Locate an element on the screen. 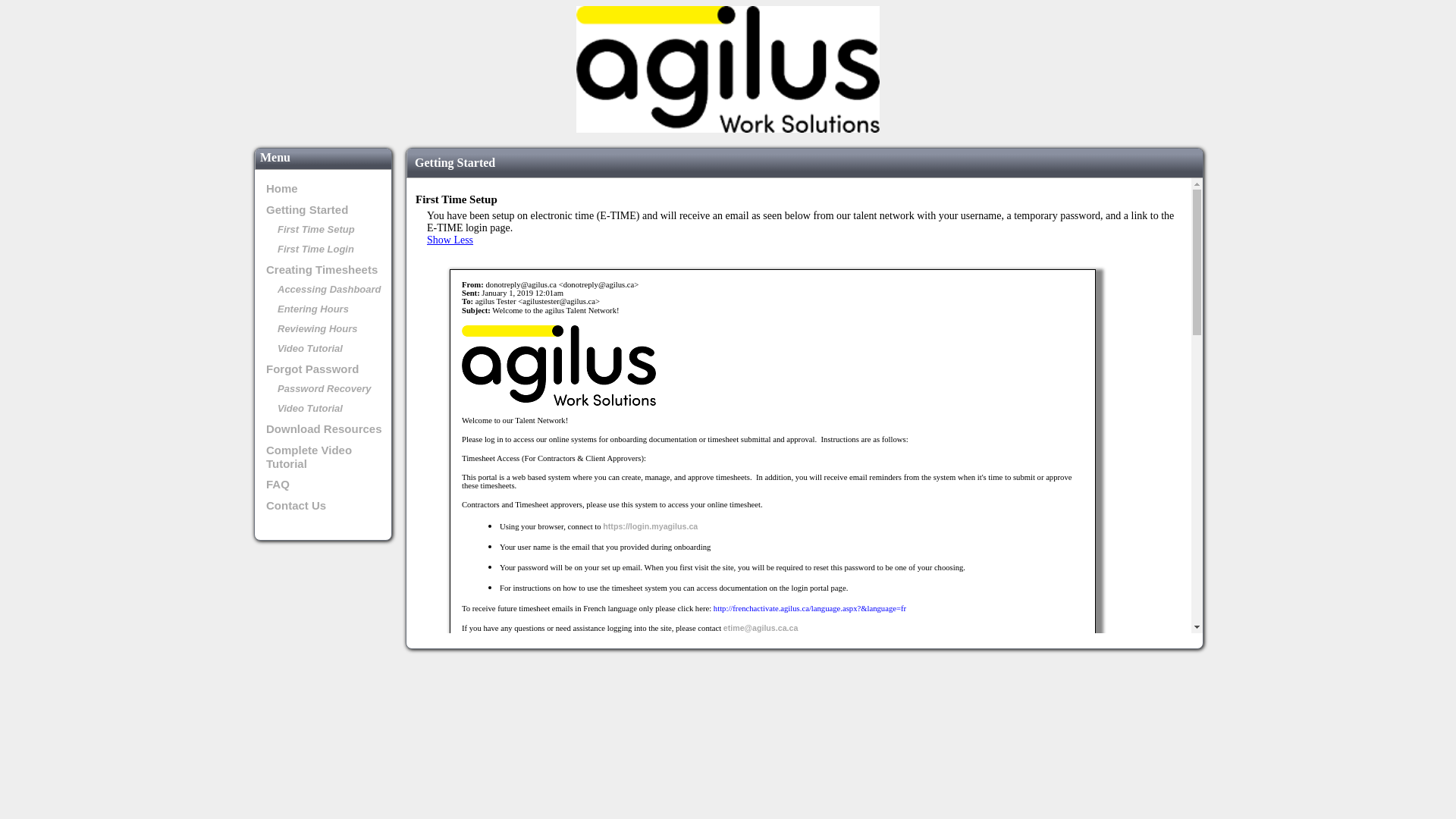 This screenshot has width=1456, height=819. 'Reviewing Hours' is located at coordinates (277, 328).